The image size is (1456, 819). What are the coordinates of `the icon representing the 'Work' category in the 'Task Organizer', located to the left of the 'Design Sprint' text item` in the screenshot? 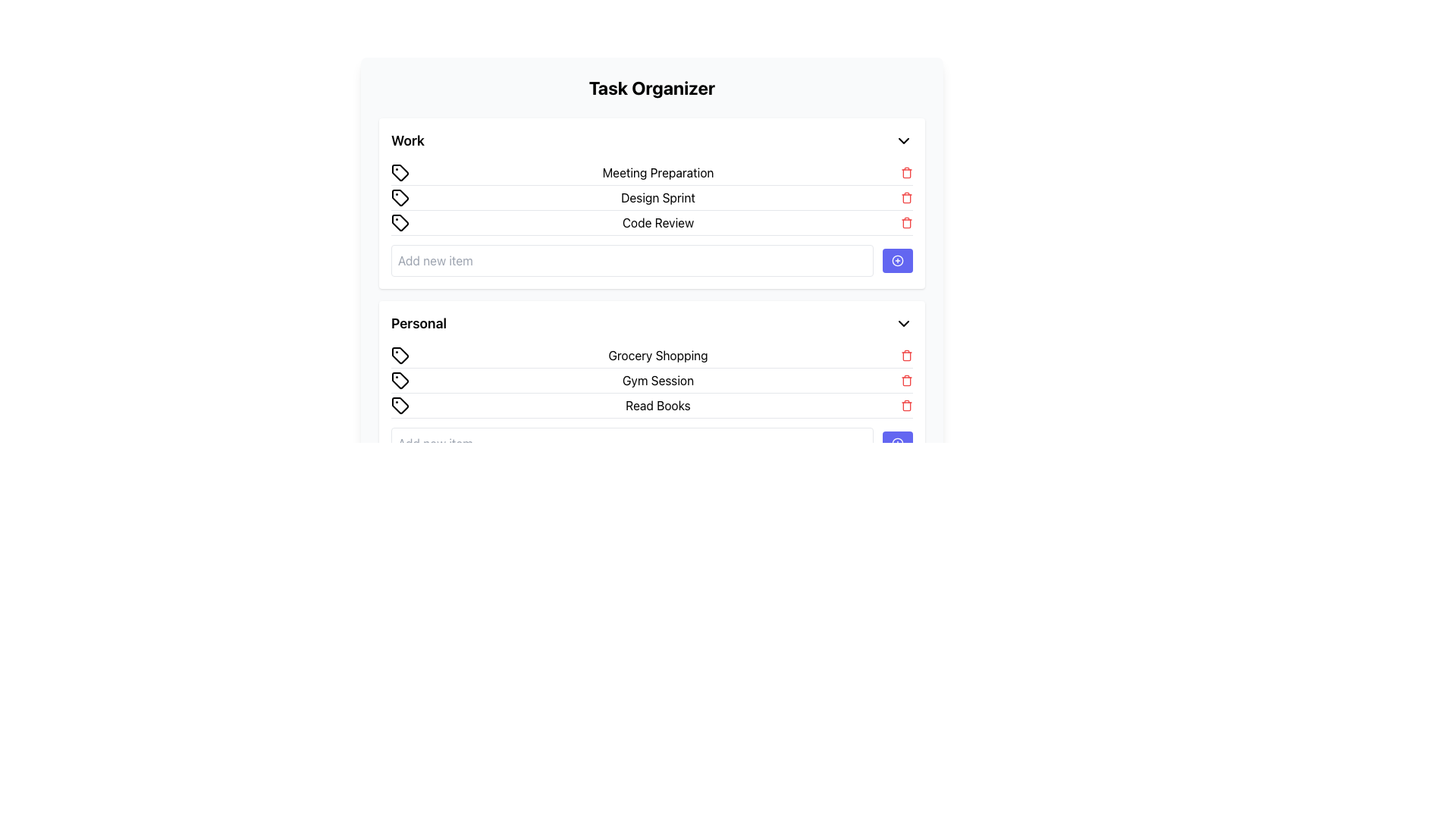 It's located at (400, 197).